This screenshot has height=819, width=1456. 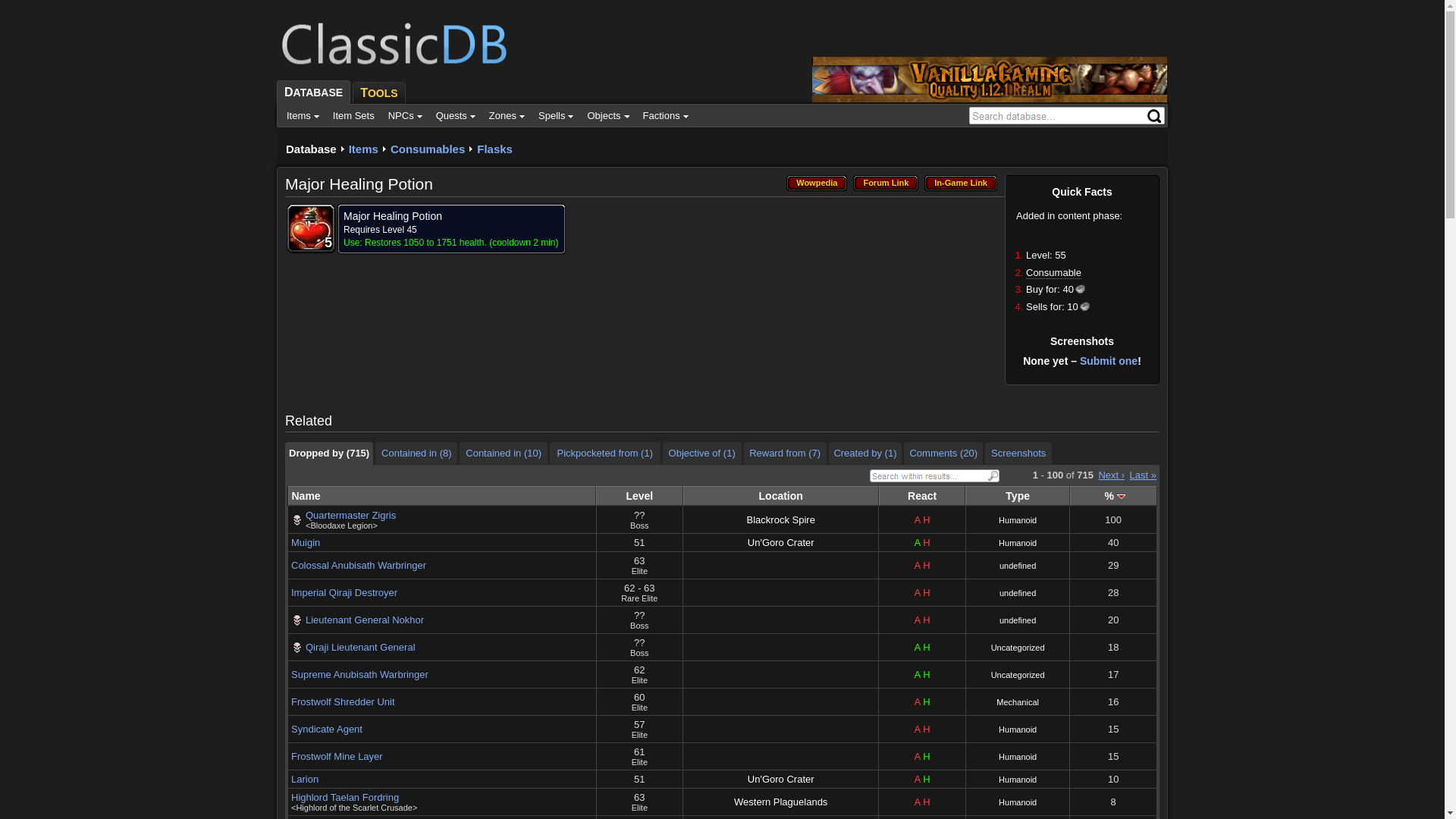 What do you see at coordinates (416, 452) in the screenshot?
I see `'Contained in (8)'` at bounding box center [416, 452].